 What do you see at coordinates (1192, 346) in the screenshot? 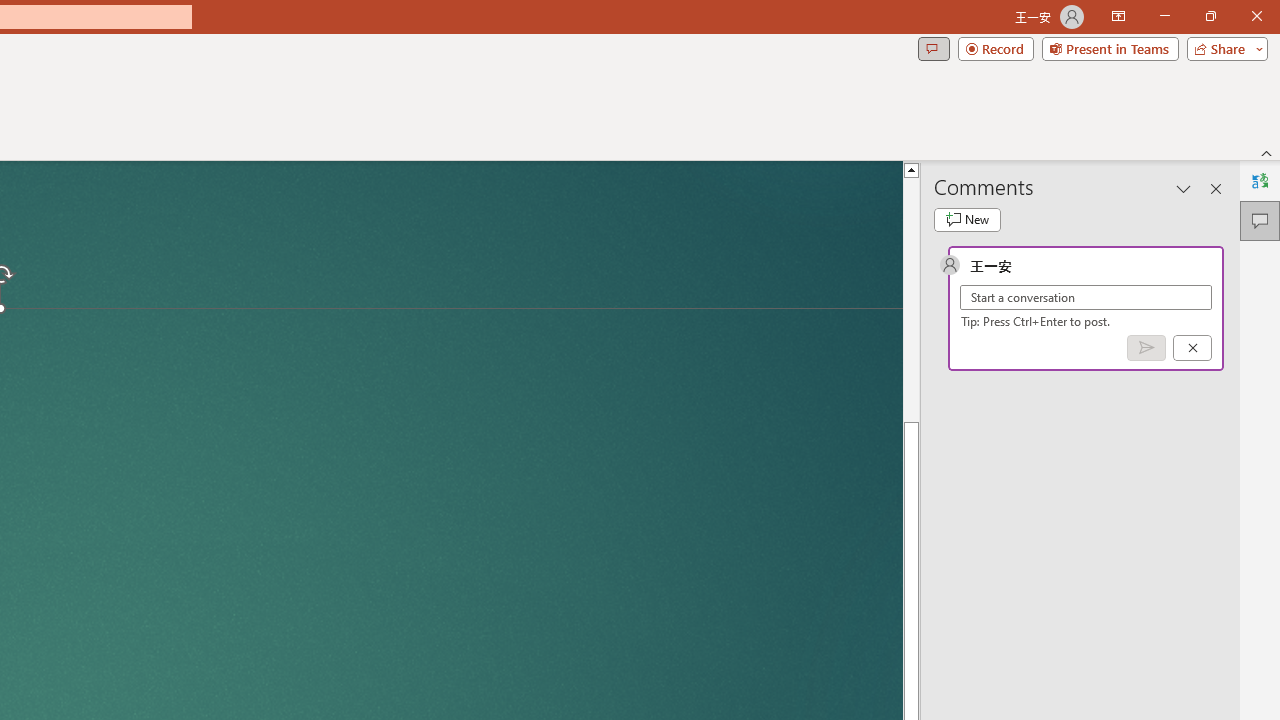
I see `'Cancel'` at bounding box center [1192, 346].